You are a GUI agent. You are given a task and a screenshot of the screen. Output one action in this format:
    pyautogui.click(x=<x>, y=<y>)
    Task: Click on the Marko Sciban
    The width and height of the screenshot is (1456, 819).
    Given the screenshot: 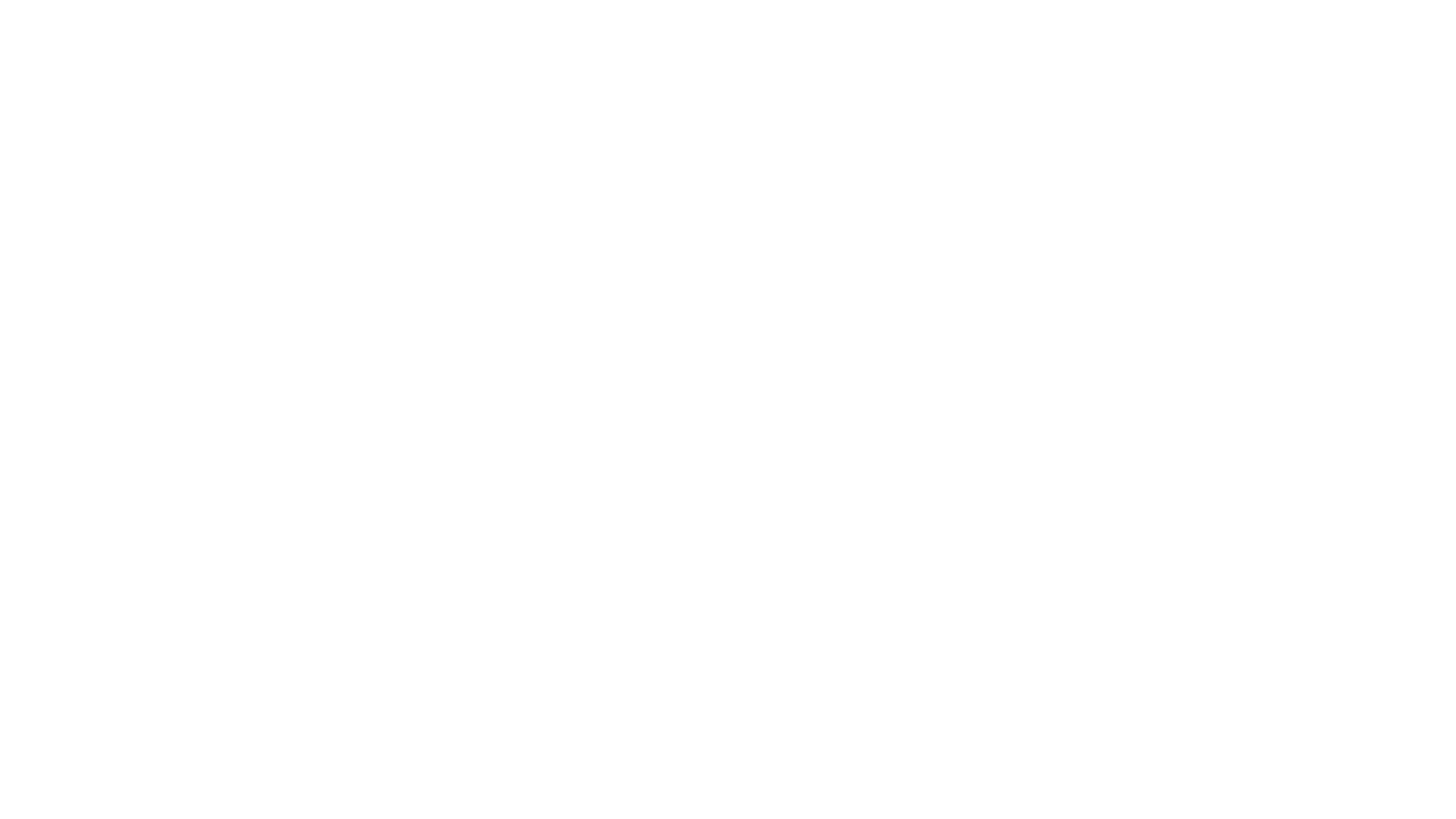 What is the action you would take?
    pyautogui.click(x=706, y=197)
    